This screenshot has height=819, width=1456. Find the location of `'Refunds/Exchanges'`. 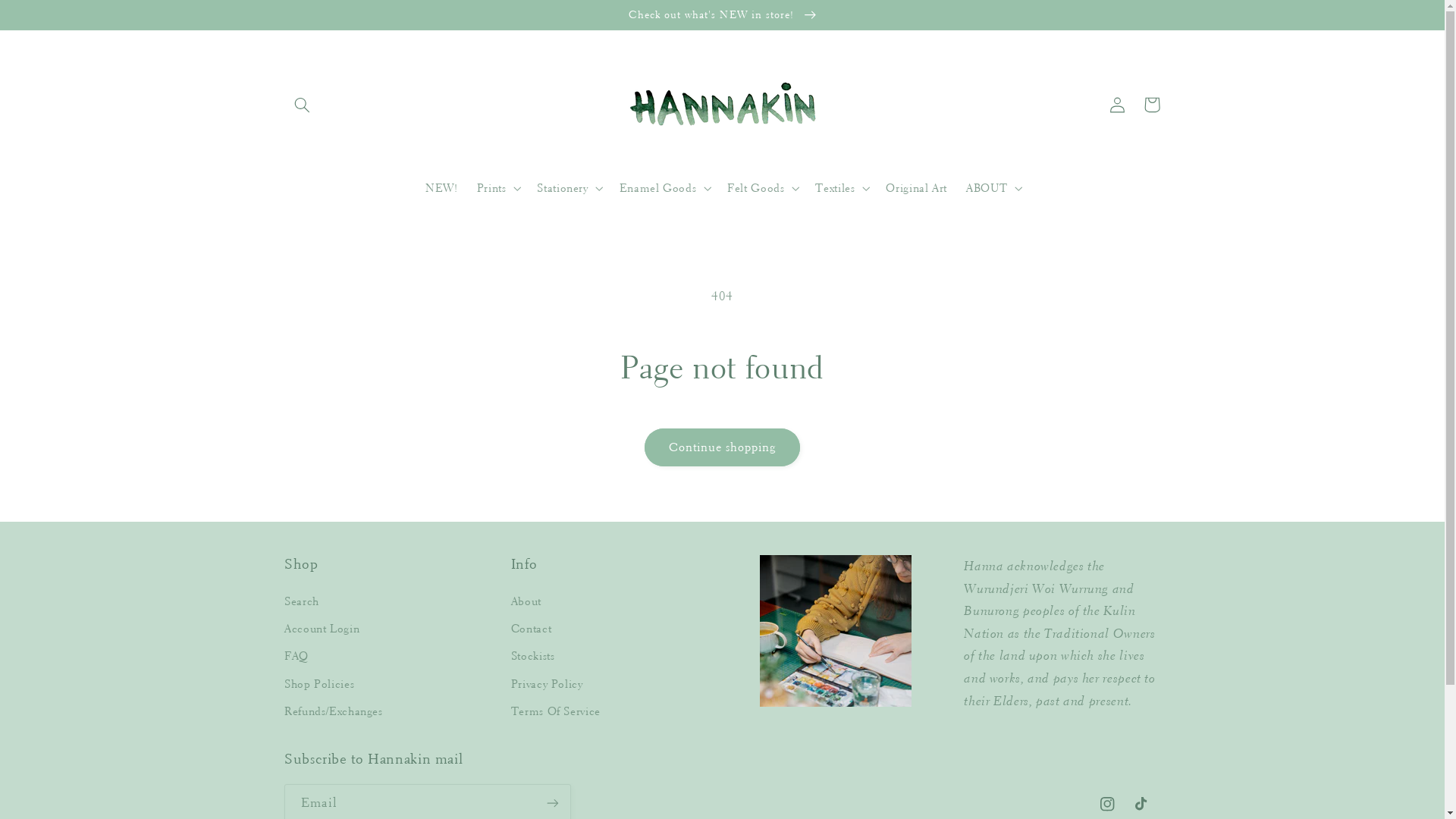

'Refunds/Exchanges' is located at coordinates (333, 711).